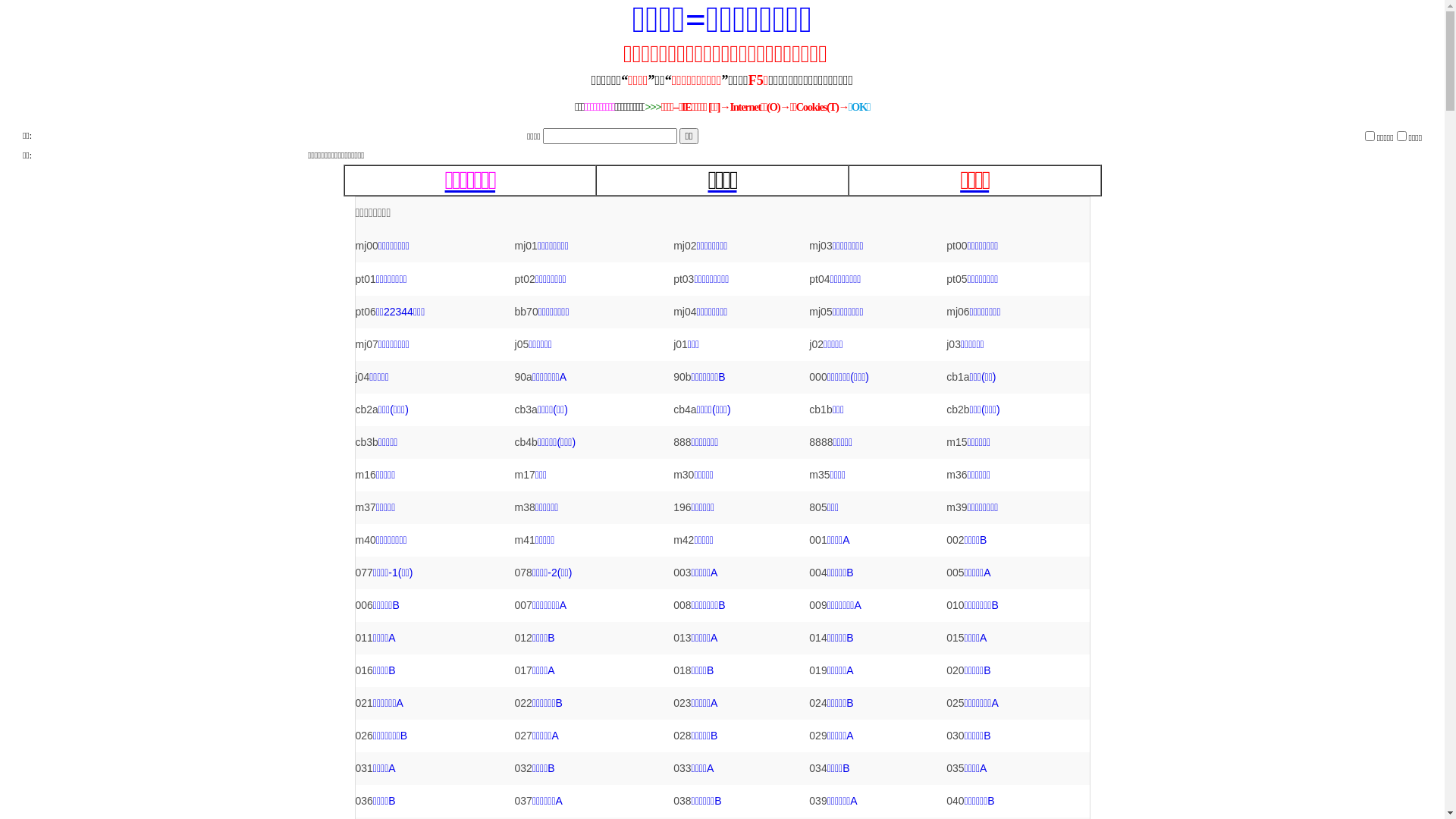  Describe the element at coordinates (683, 311) in the screenshot. I see `'mj04'` at that location.